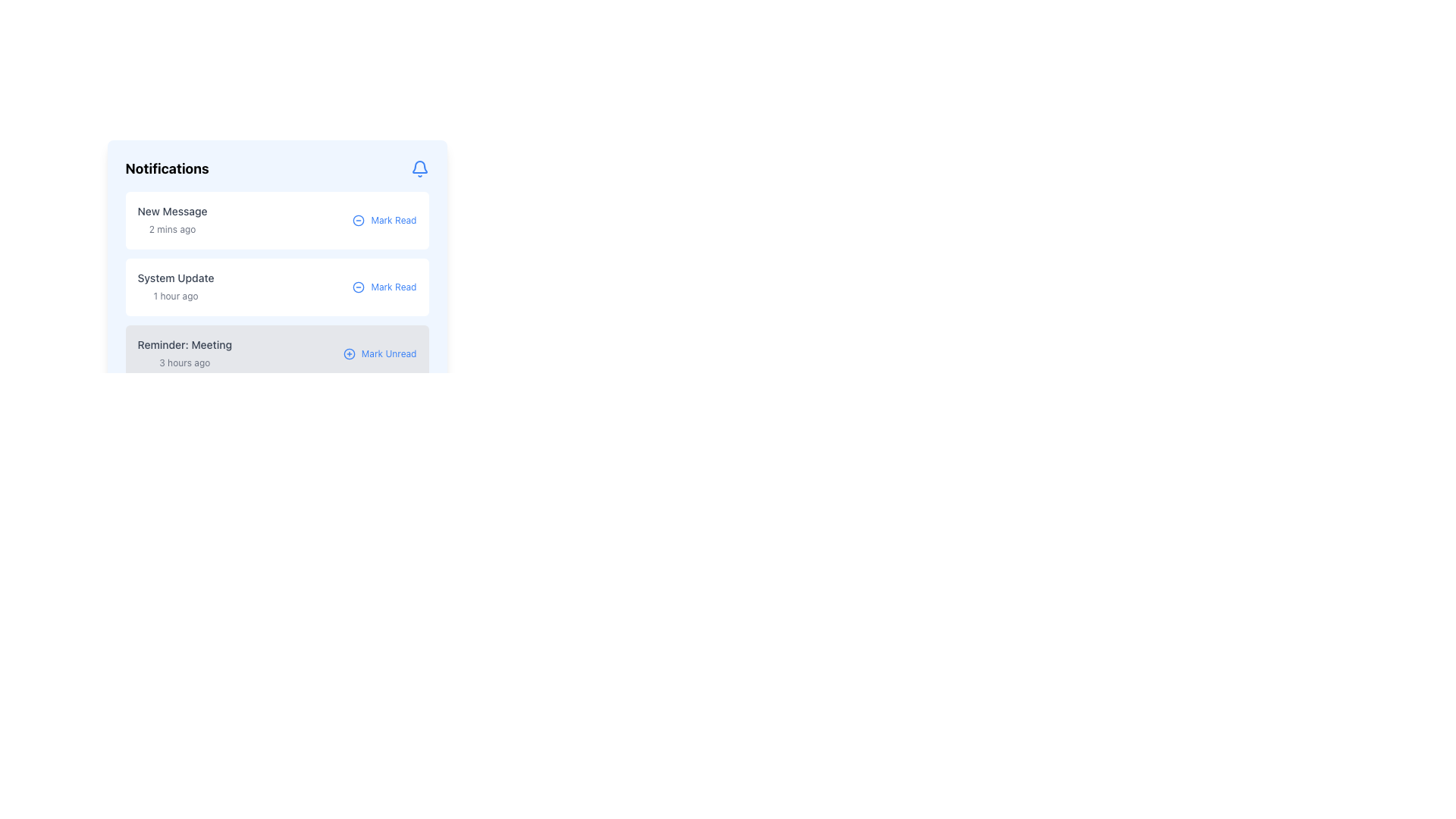 The image size is (1456, 819). What do you see at coordinates (176, 287) in the screenshot?
I see `notification title 'System Update' and the timestamp '1 hour ago' displayed in the Text element located in the left section of the middle notification card` at bounding box center [176, 287].